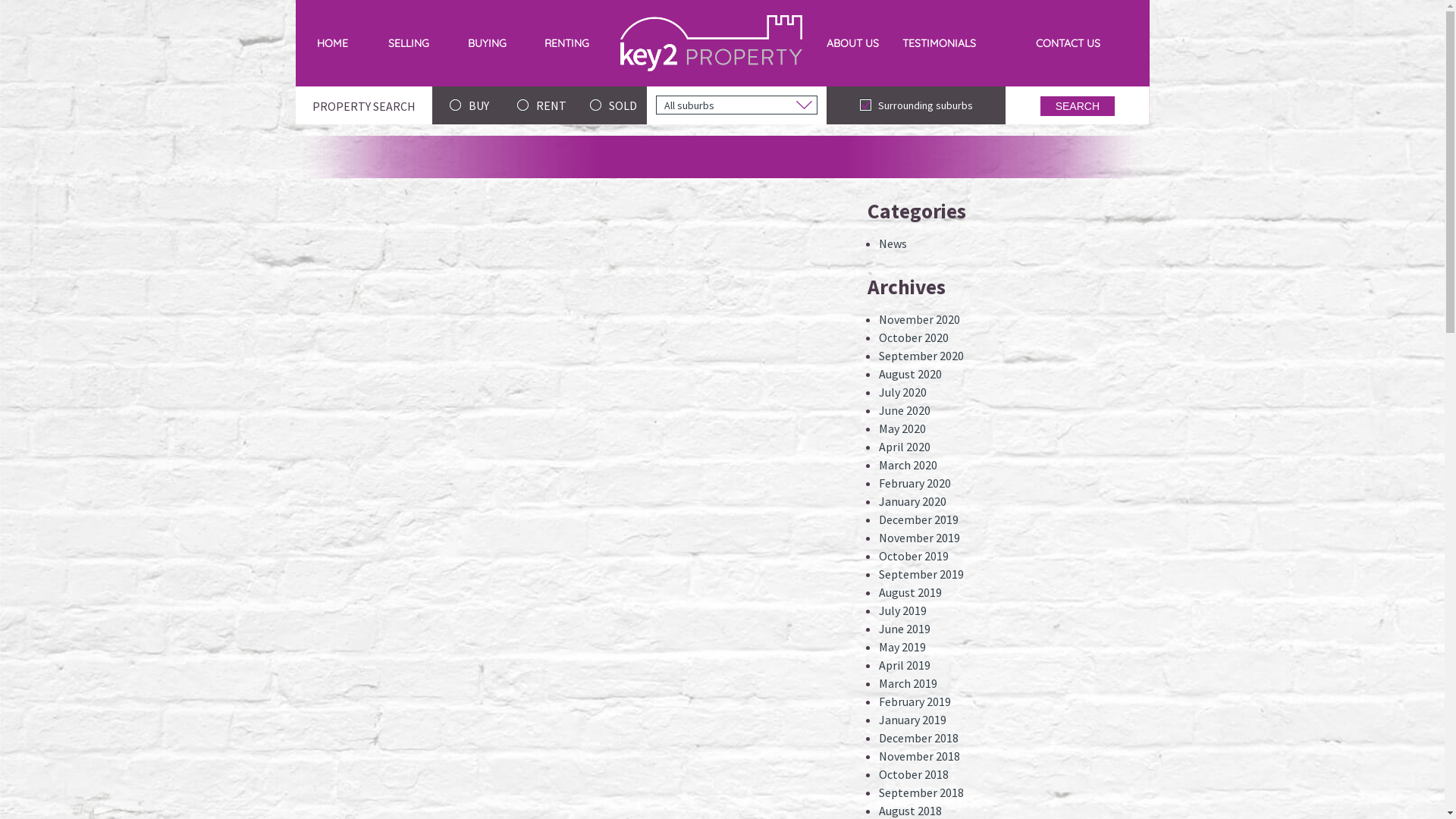 The image size is (1456, 819). Describe the element at coordinates (878, 482) in the screenshot. I see `'February 2020'` at that location.